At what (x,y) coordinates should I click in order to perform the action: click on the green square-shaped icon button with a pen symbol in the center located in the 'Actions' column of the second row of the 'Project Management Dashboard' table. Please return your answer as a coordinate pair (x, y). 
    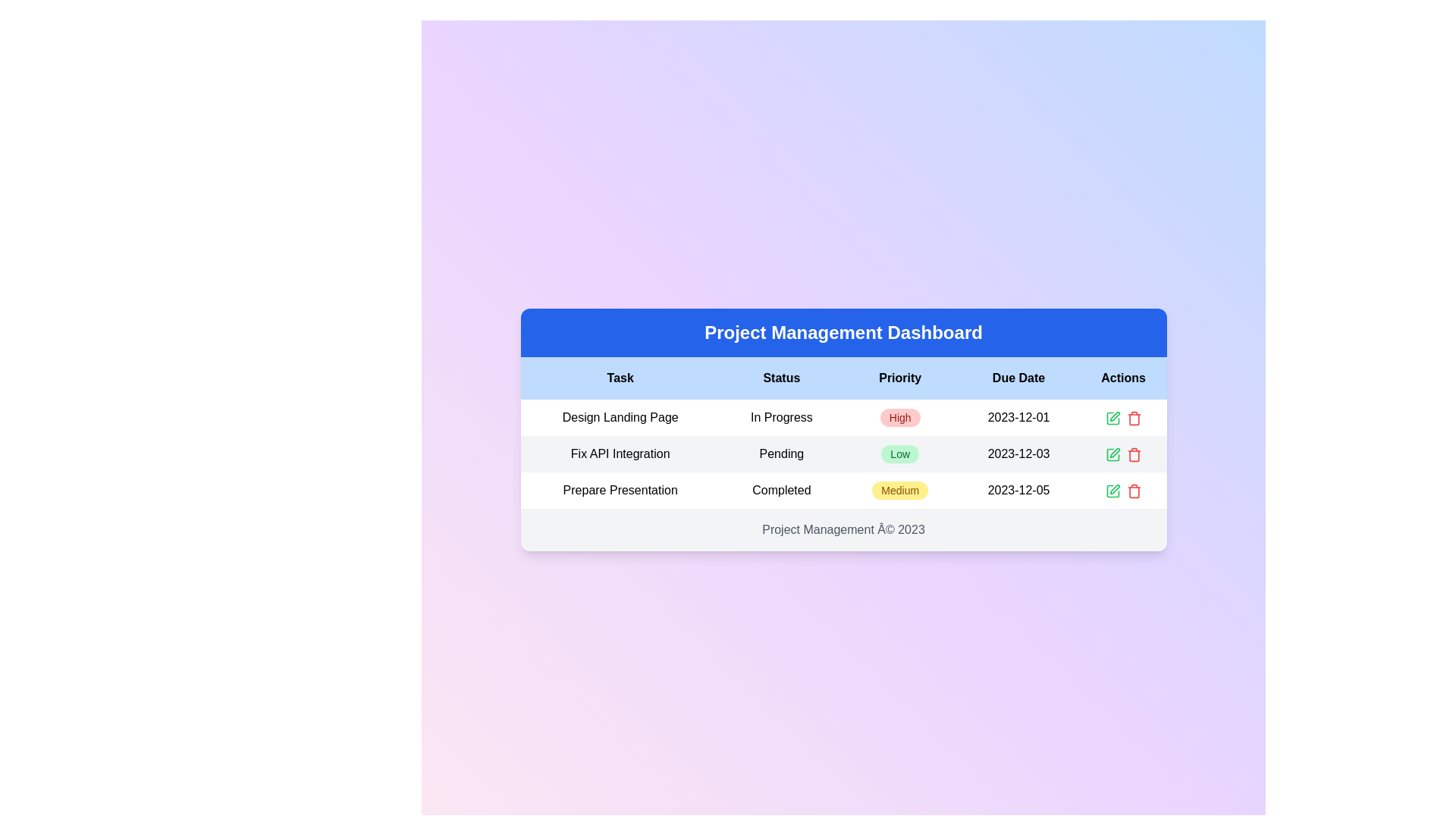
    Looking at the image, I should click on (1112, 453).